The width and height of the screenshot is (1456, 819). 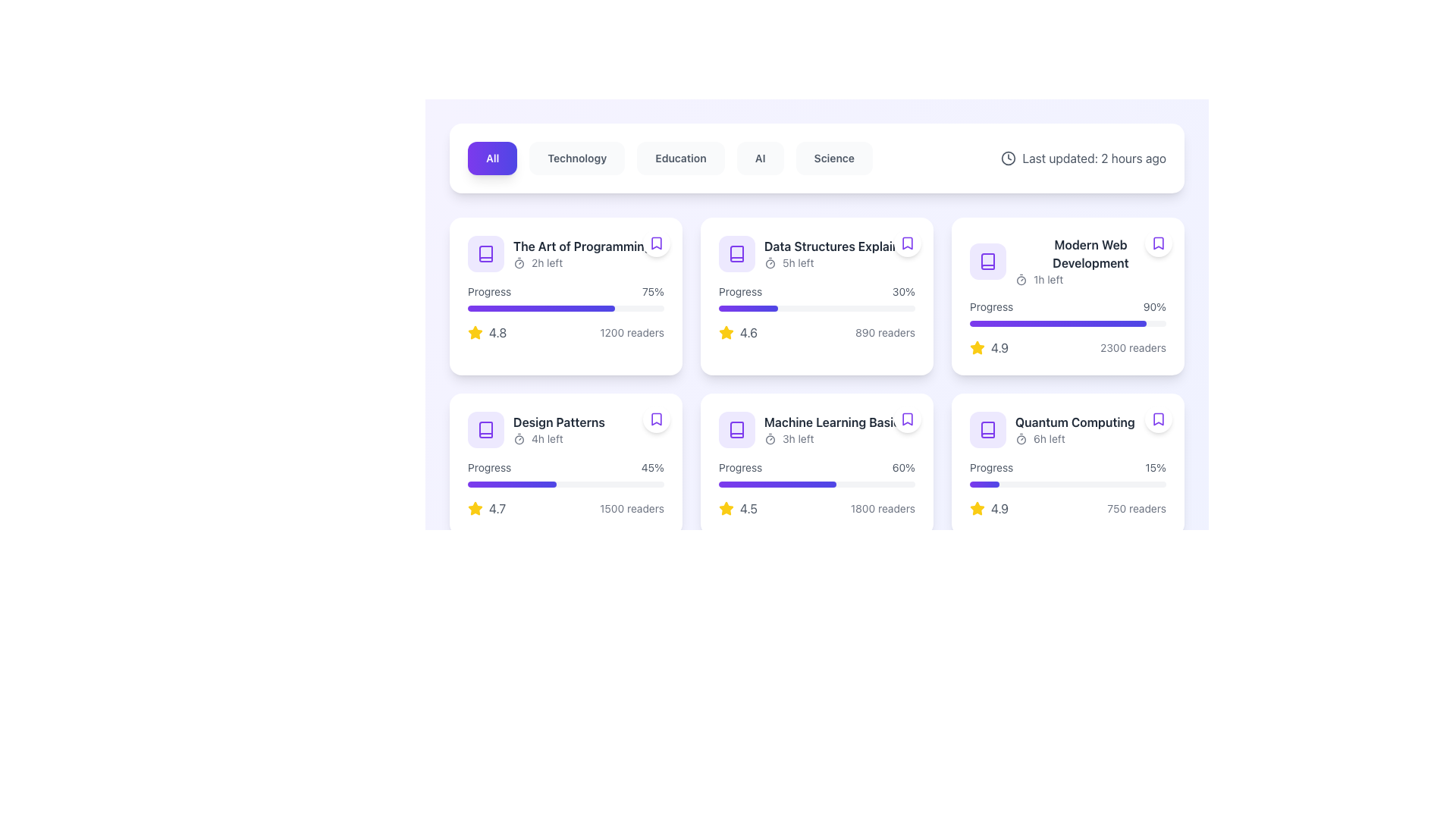 What do you see at coordinates (679, 158) in the screenshot?
I see `the 'Education' button to filter content related to educational topics` at bounding box center [679, 158].